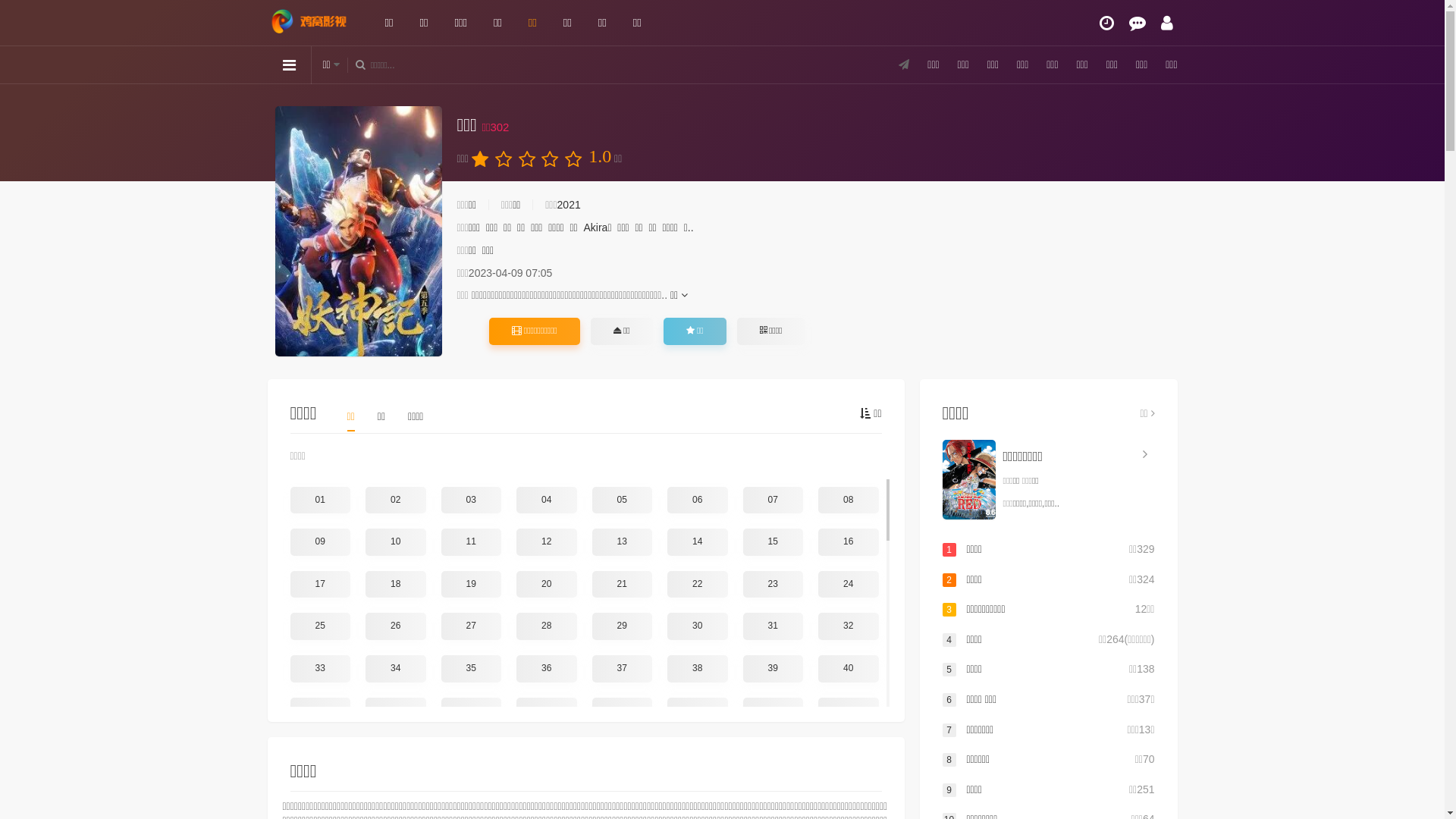  Describe the element at coordinates (396, 500) in the screenshot. I see `'02'` at that location.